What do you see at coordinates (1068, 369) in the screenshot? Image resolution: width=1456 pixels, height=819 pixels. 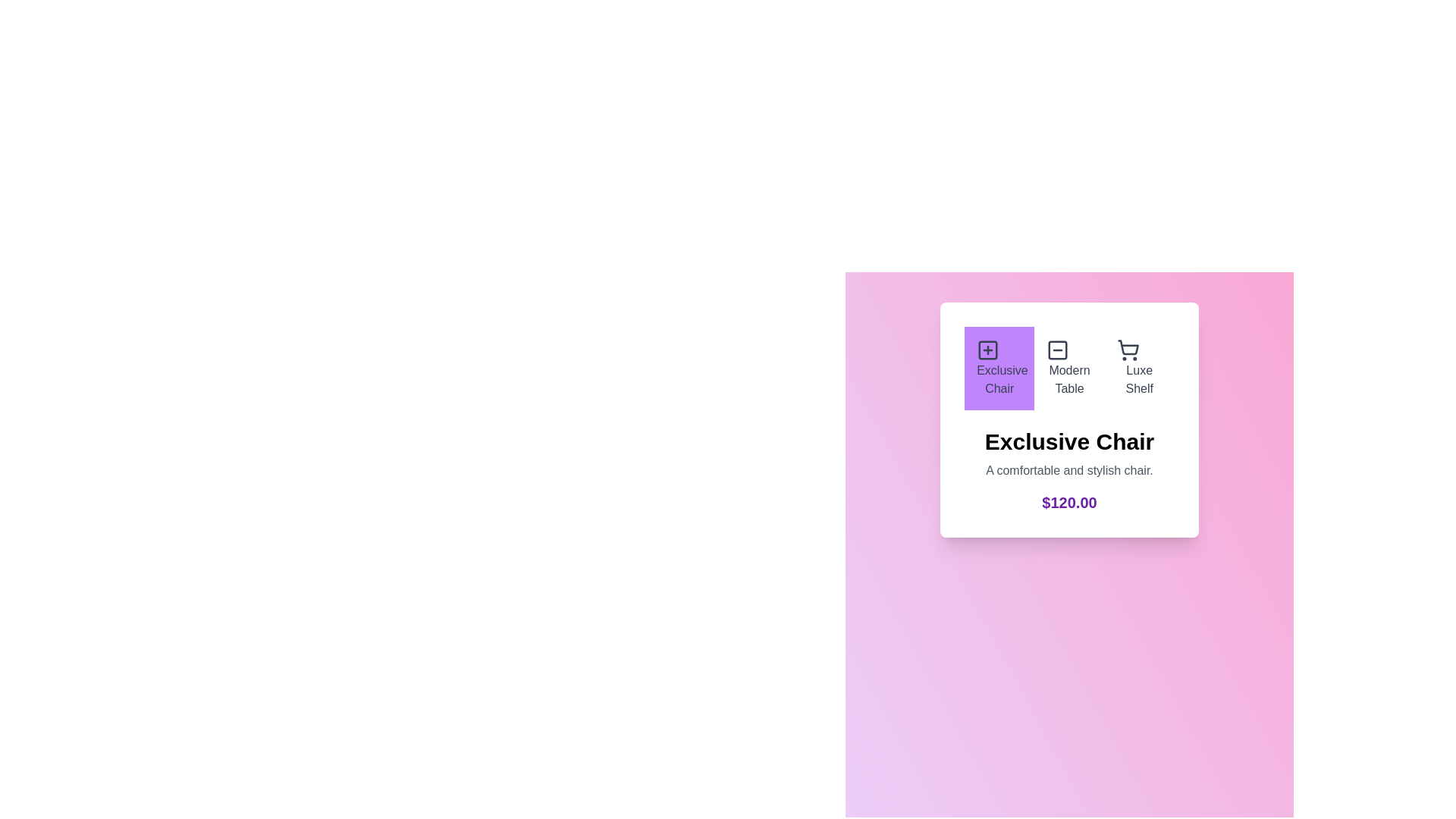 I see `the button corresponding to the product Modern Table` at bounding box center [1068, 369].